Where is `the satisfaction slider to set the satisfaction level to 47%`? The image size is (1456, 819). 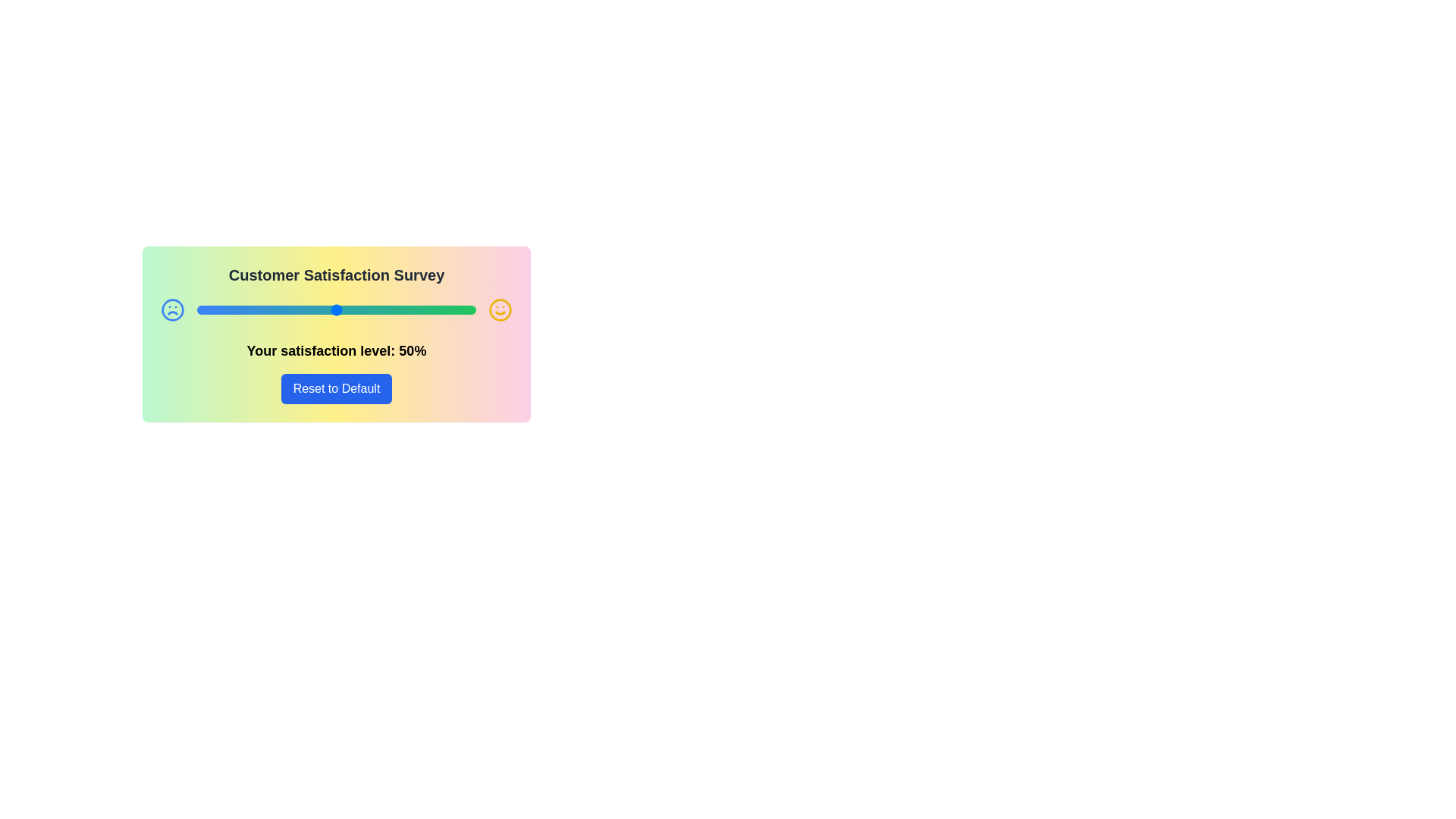
the satisfaction slider to set the satisfaction level to 47% is located at coordinates (327, 309).